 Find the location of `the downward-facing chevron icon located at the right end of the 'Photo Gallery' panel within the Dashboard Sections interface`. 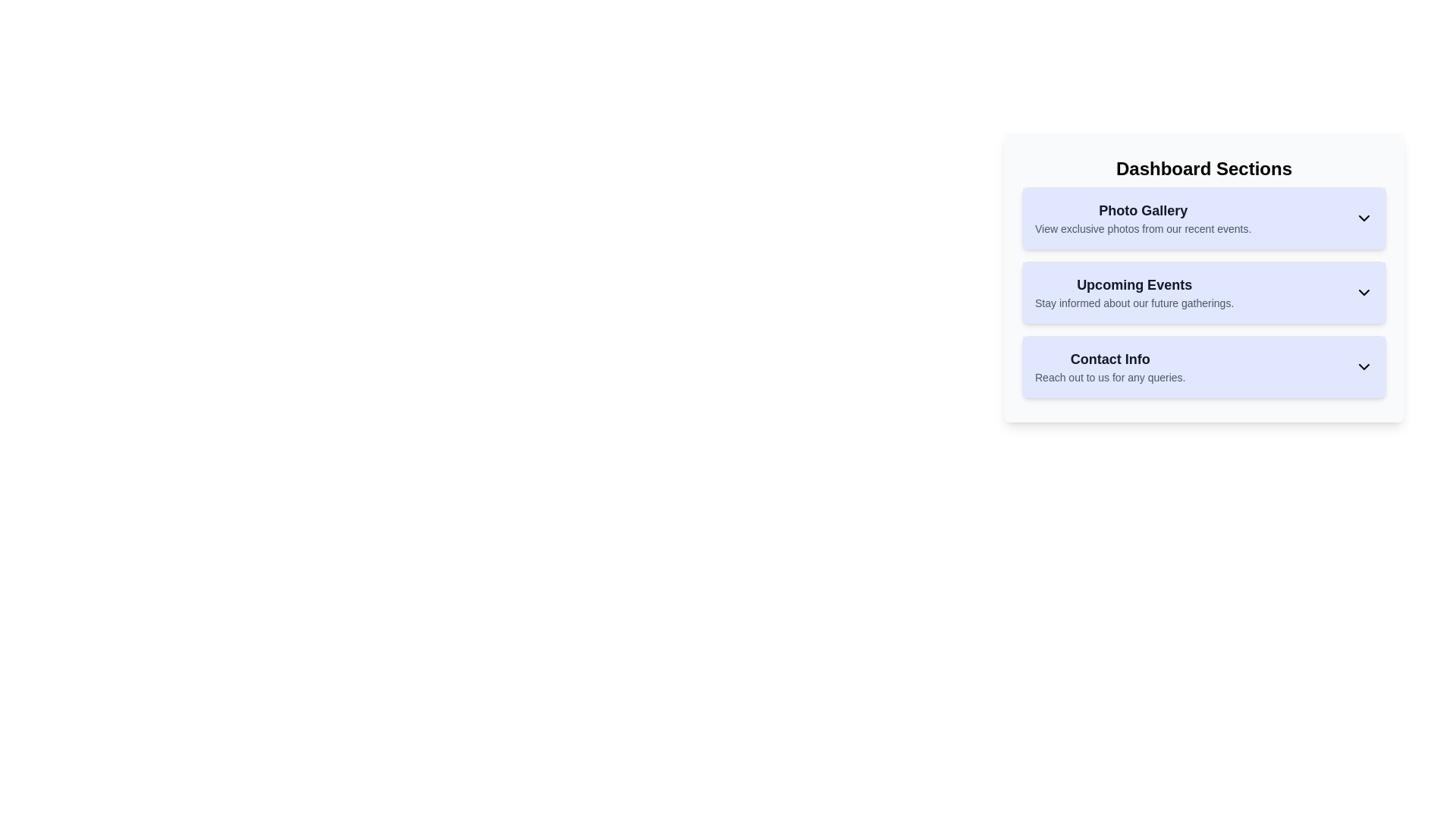

the downward-facing chevron icon located at the right end of the 'Photo Gallery' panel within the Dashboard Sections interface is located at coordinates (1364, 218).